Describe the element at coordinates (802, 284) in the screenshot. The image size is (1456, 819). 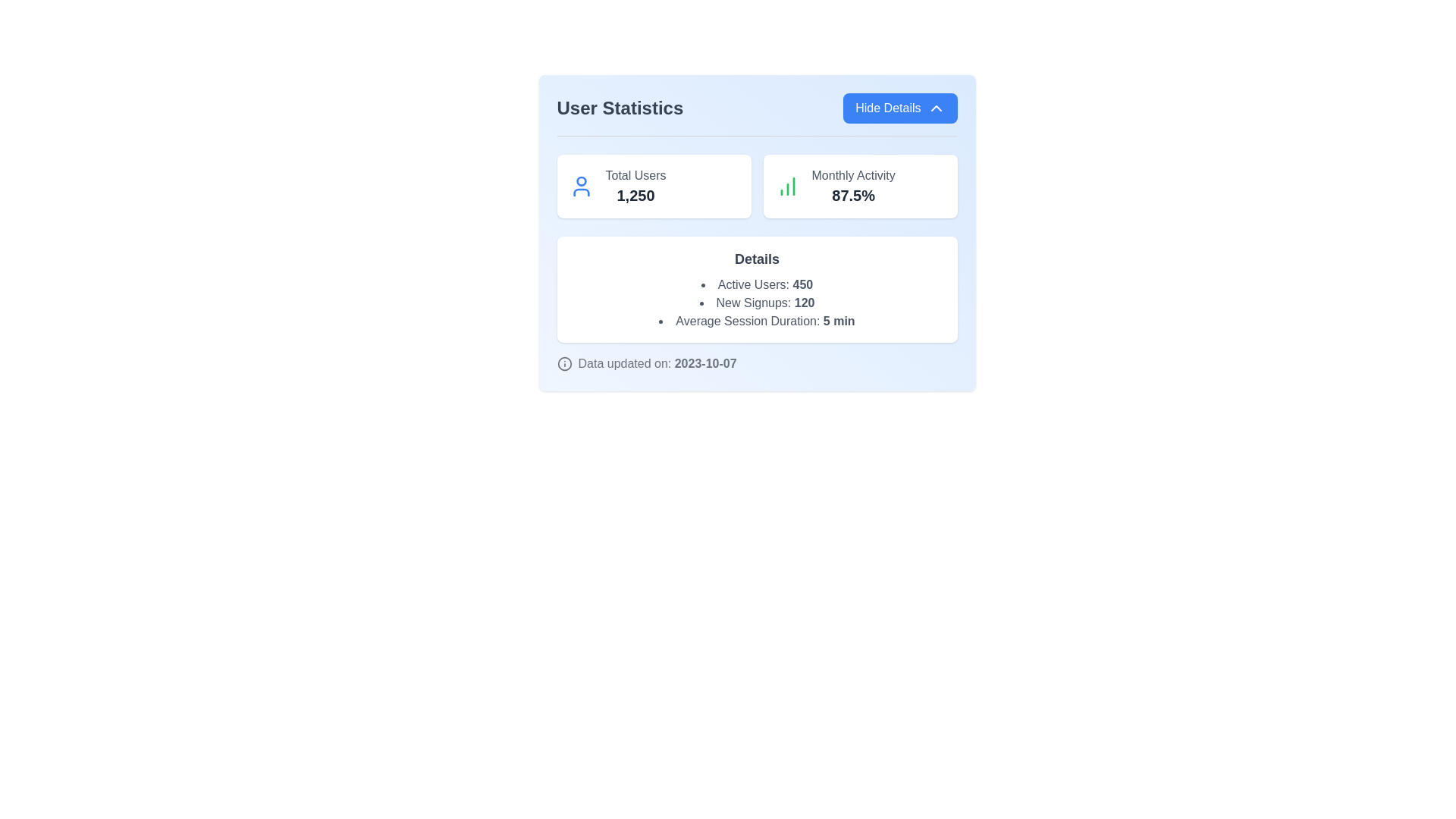
I see `the bold text label displaying the number of active users in the 'User Statistics' panel, located in the center of the 'Details' section` at that location.